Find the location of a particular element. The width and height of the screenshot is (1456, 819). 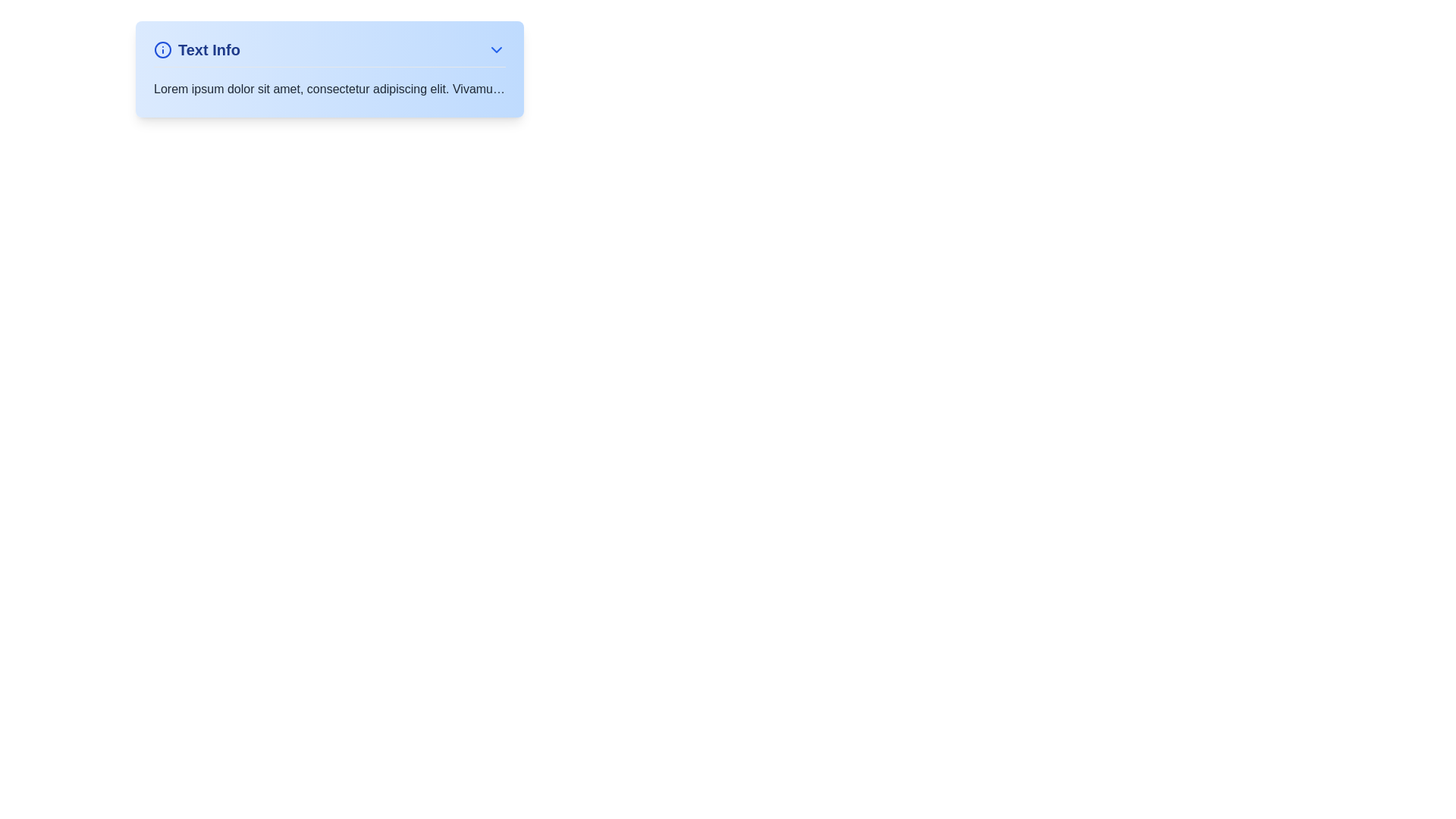

the paragraph text styled with a light gray font on a blue background for copying, located beneath the title 'Text Info' in the card component is located at coordinates (329, 89).